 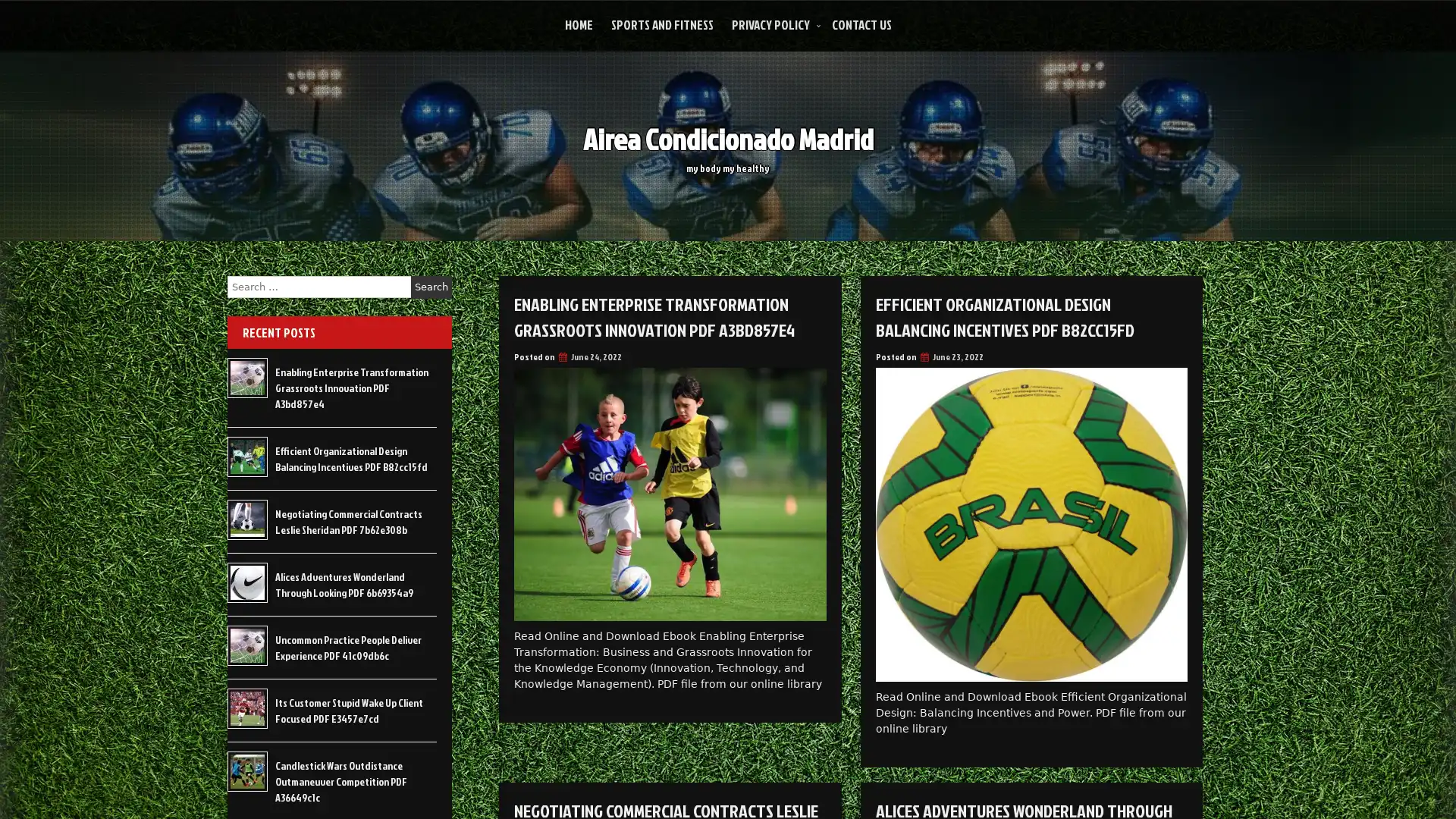 What do you see at coordinates (431, 287) in the screenshot?
I see `Search` at bounding box center [431, 287].